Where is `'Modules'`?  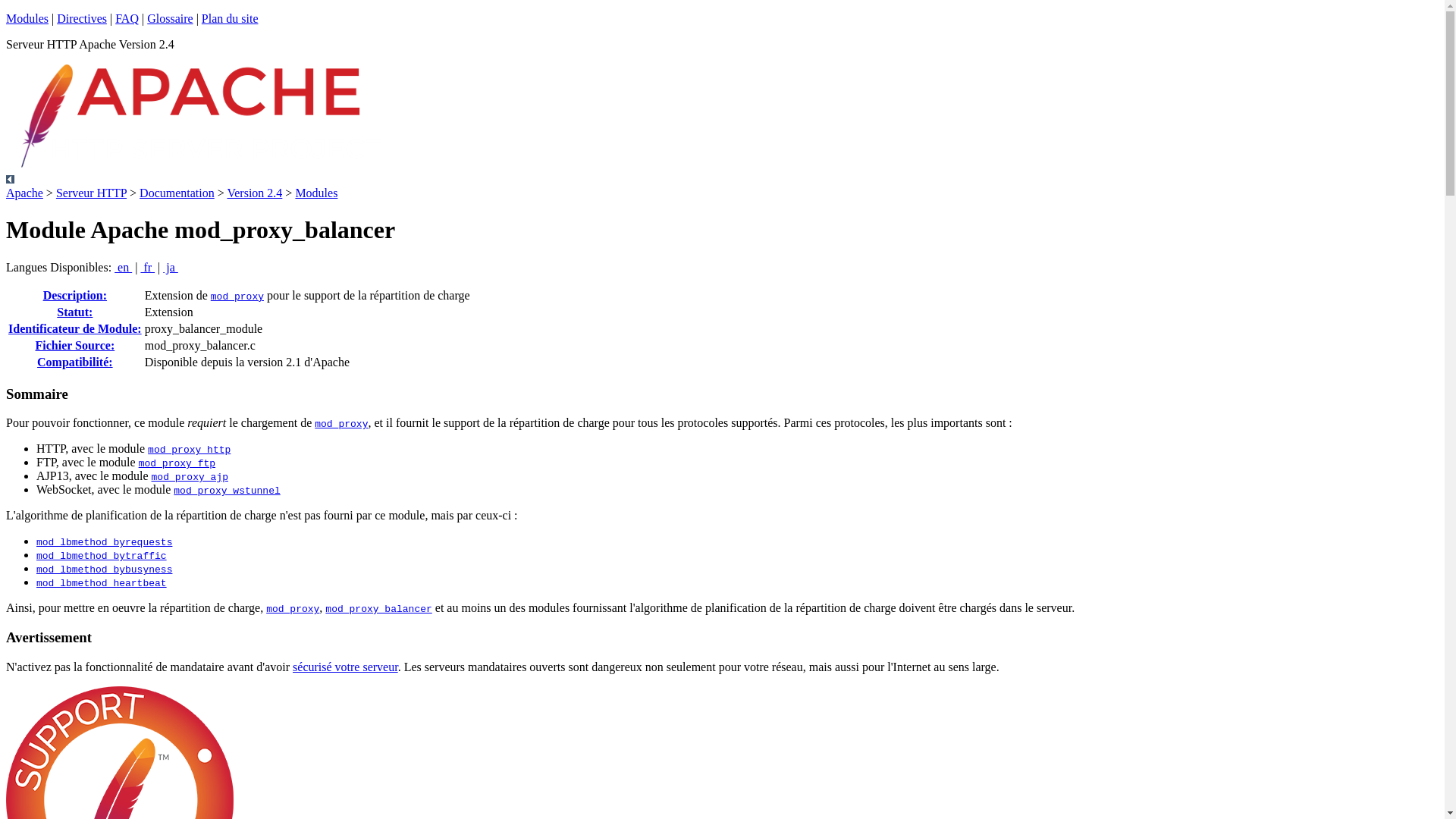 'Modules' is located at coordinates (27, 18).